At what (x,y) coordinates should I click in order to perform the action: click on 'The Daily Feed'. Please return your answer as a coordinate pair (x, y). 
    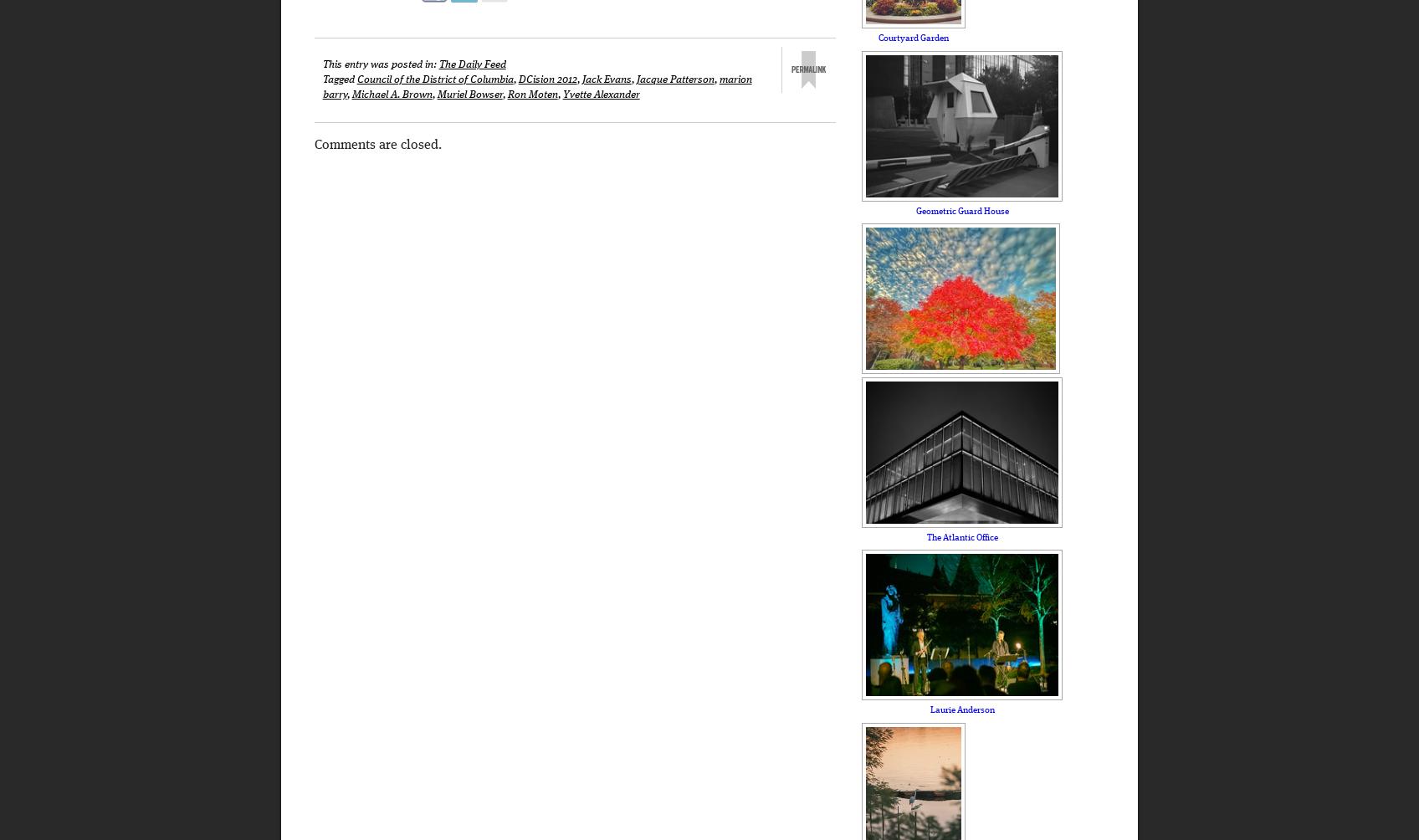
    Looking at the image, I should click on (470, 64).